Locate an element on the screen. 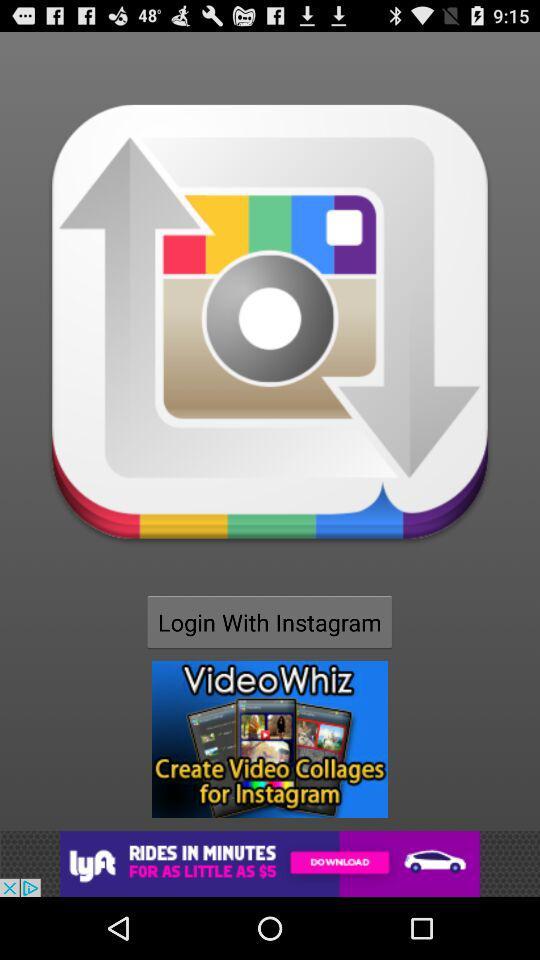  videowhiz site is located at coordinates (270, 738).